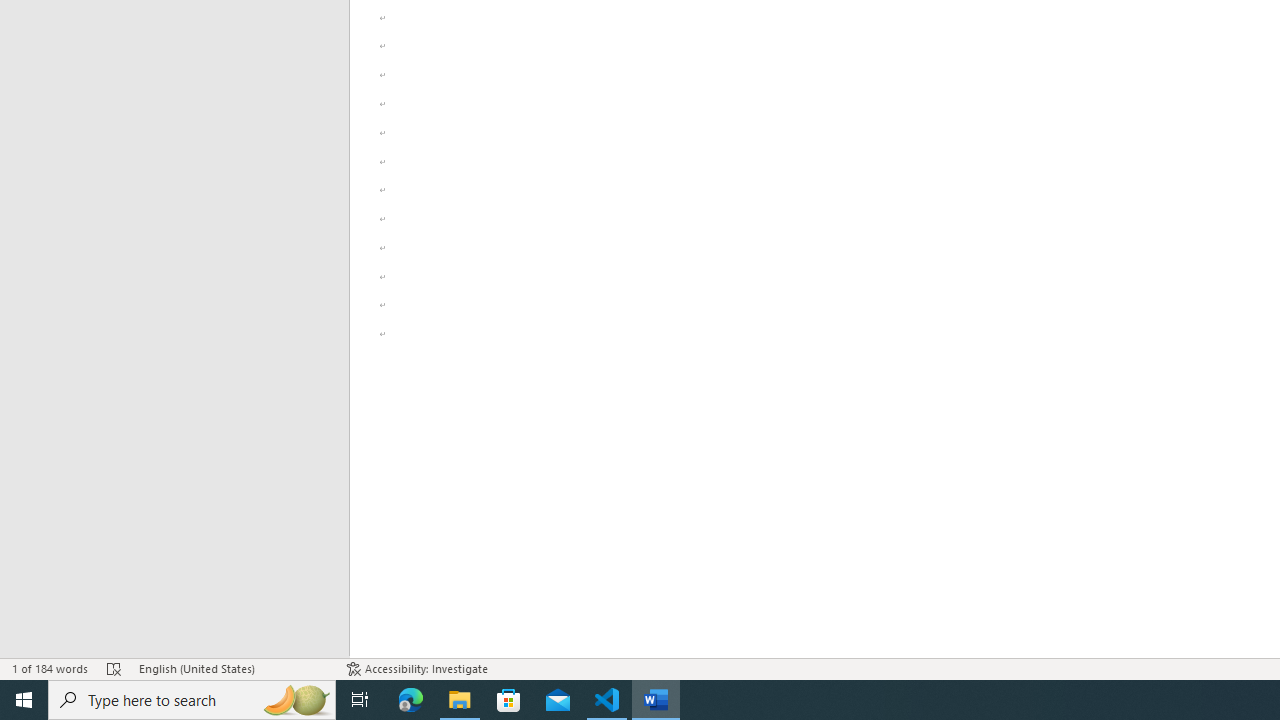 The width and height of the screenshot is (1280, 720). I want to click on 'Accessibility Checker Accessibility: Investigate', so click(416, 669).